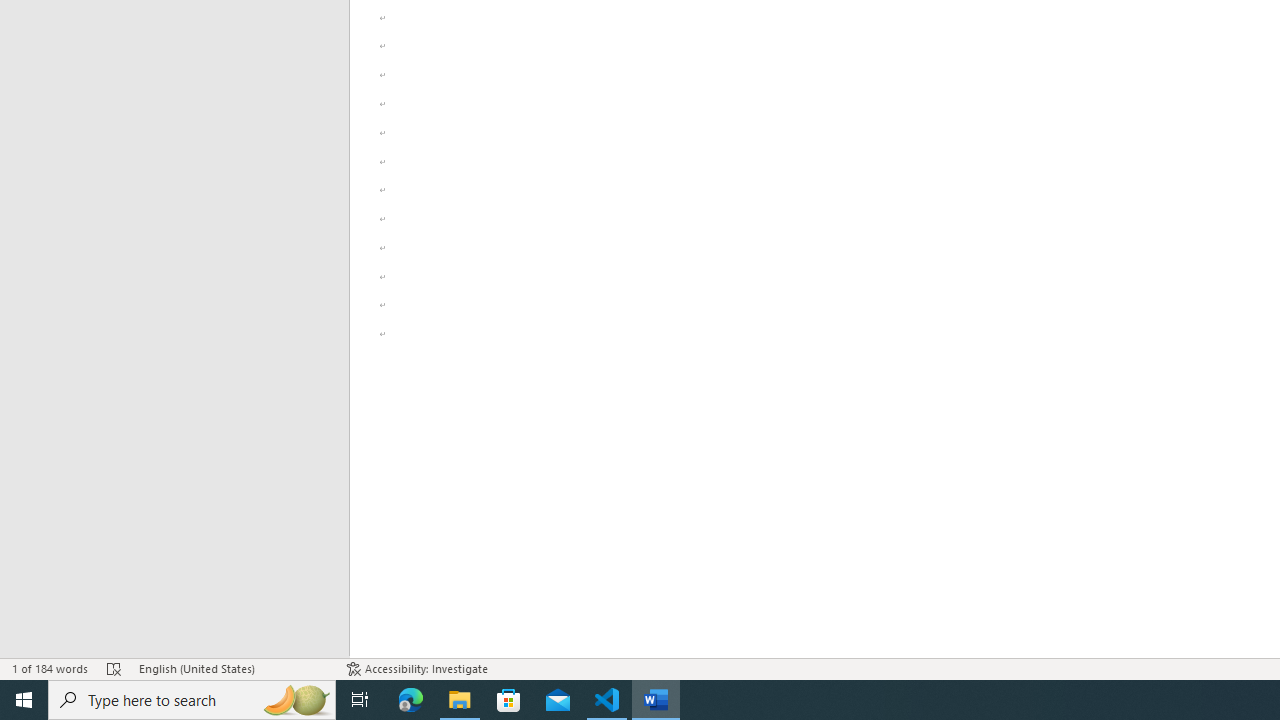 The width and height of the screenshot is (1280, 720). I want to click on 'Accessibility Checker Accessibility: Investigate', so click(416, 669).